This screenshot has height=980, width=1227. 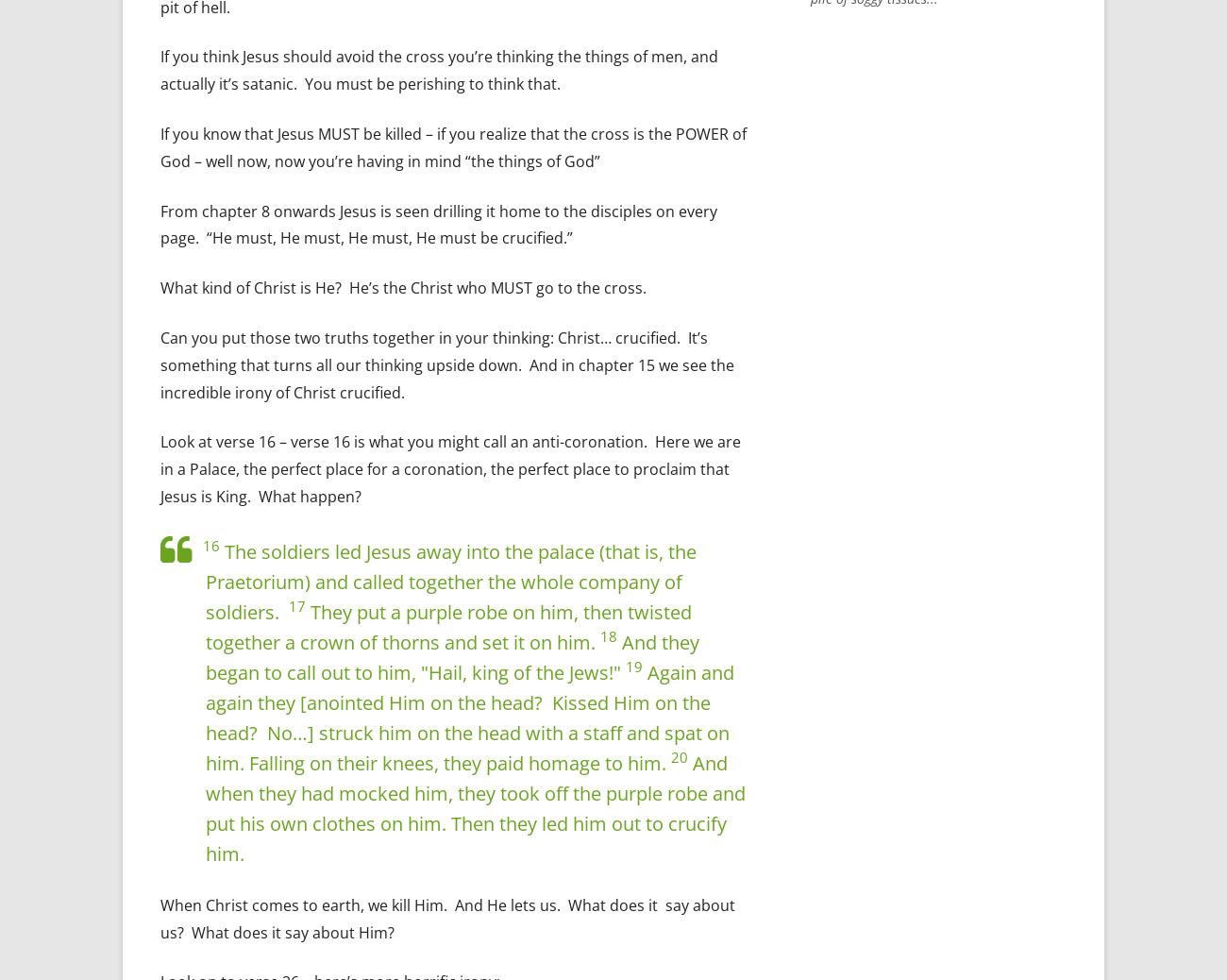 I want to click on 'Can you put those two truths together in your thinking: Christ… crucified.  It’s something that turns all our thinking upside down.  And in chapter 15 we see the incredible irony of Christ crucified.', so click(x=445, y=364).